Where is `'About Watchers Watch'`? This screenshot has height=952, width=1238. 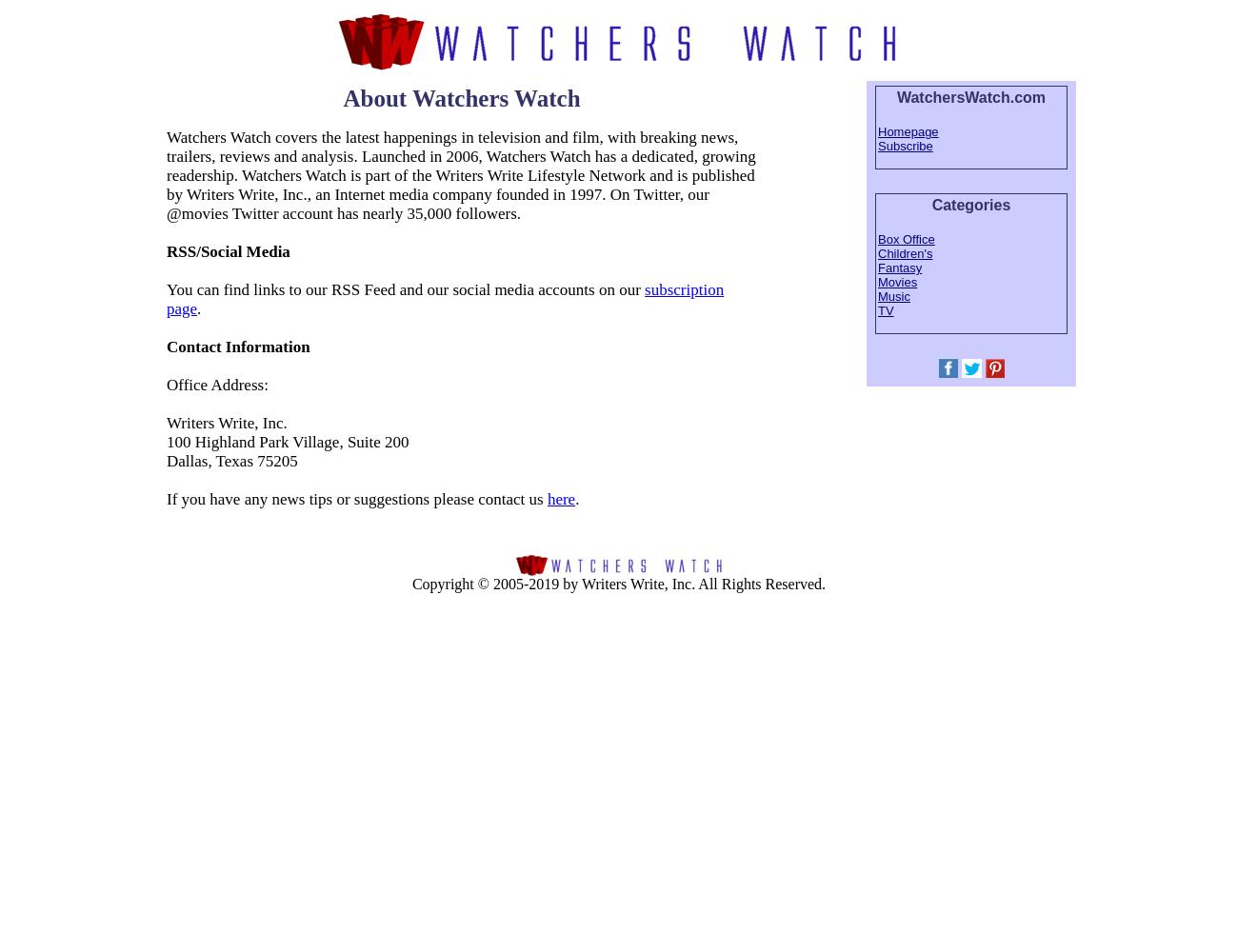
'About Watchers Watch' is located at coordinates (460, 97).